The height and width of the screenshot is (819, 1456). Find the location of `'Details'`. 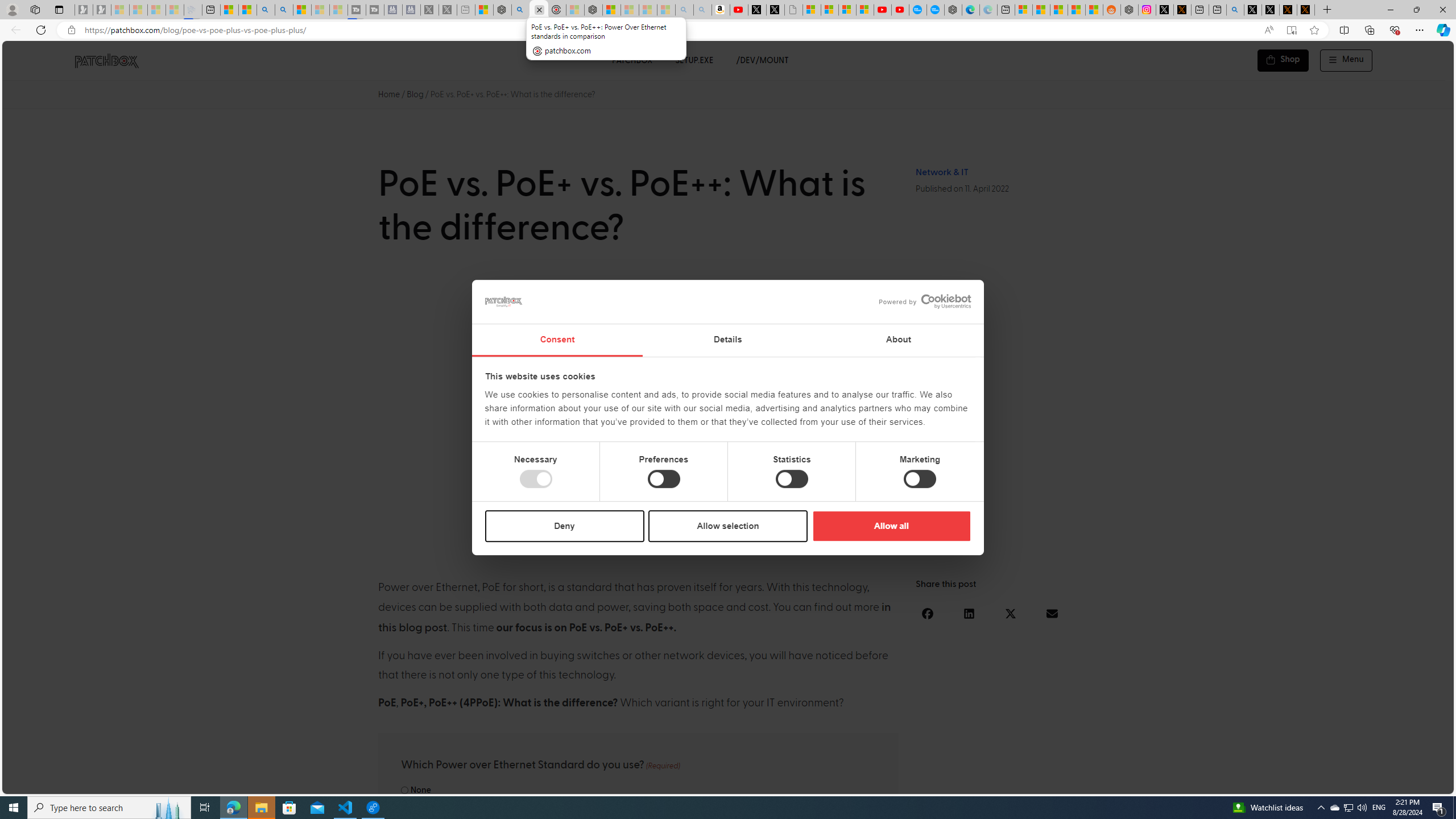

'Details' is located at coordinates (728, 340).